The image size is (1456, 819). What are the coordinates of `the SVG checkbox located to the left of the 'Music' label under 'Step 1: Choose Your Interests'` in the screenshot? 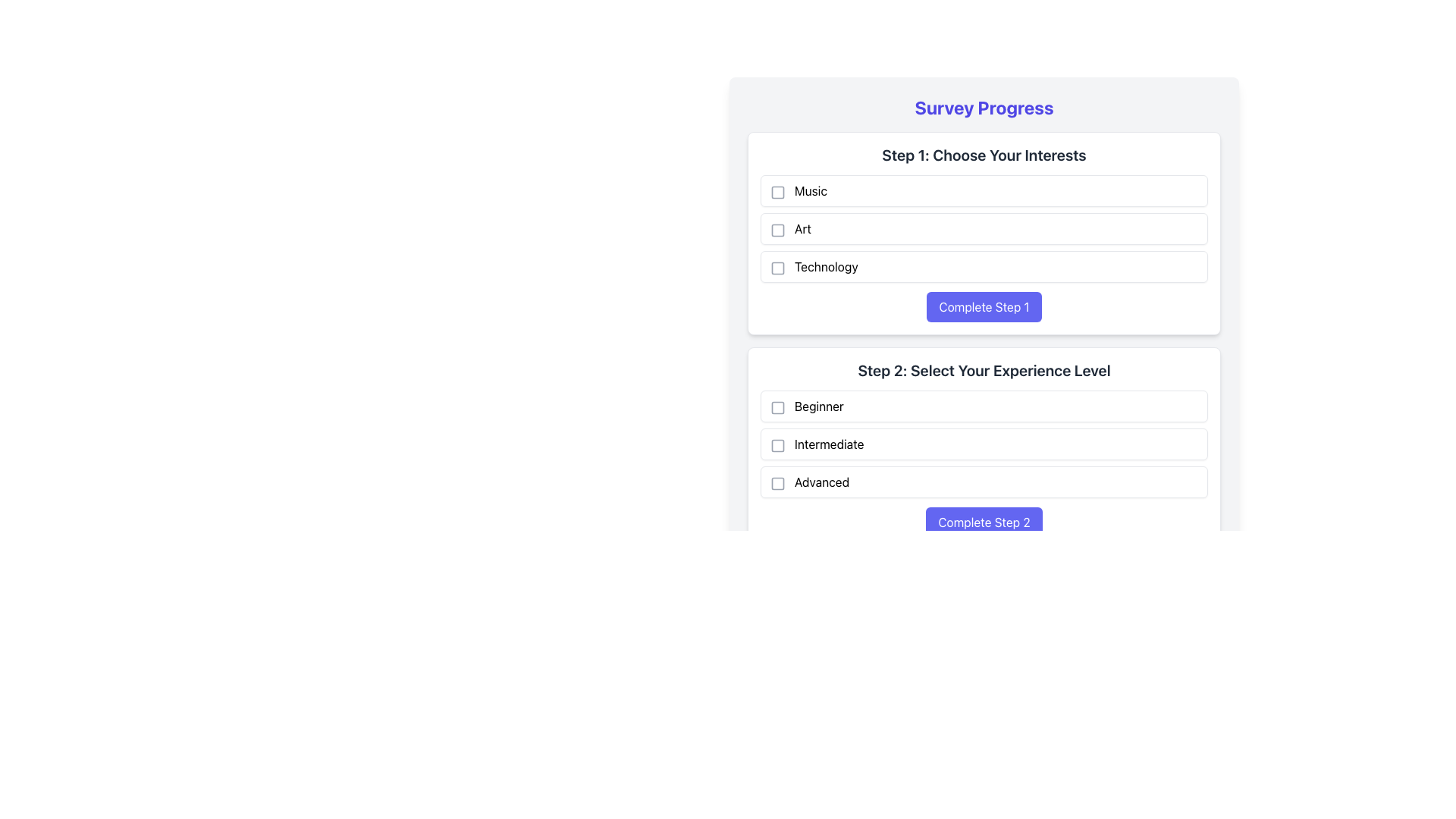 It's located at (778, 191).